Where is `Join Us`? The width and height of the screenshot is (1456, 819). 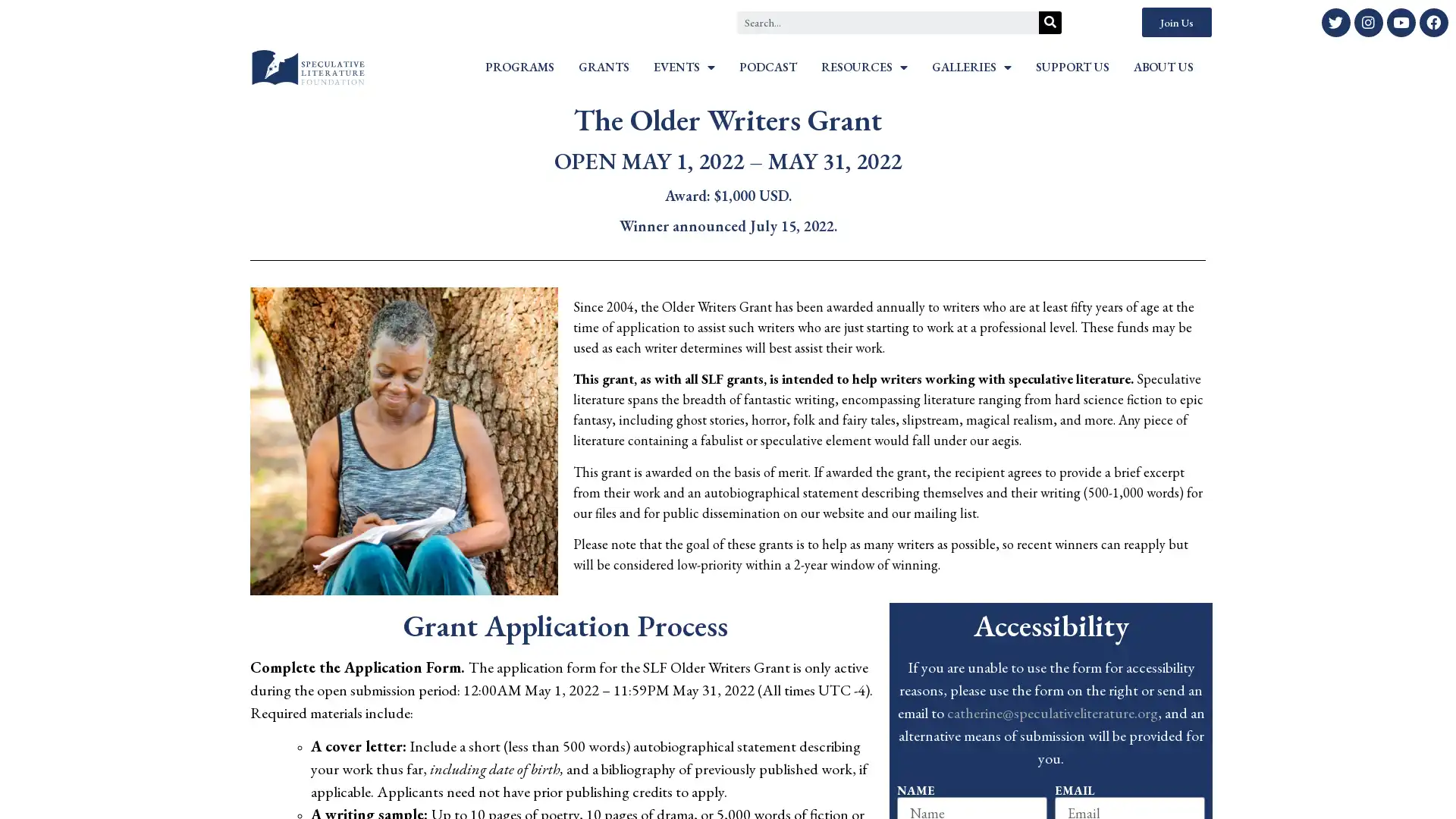 Join Us is located at coordinates (1175, 22).